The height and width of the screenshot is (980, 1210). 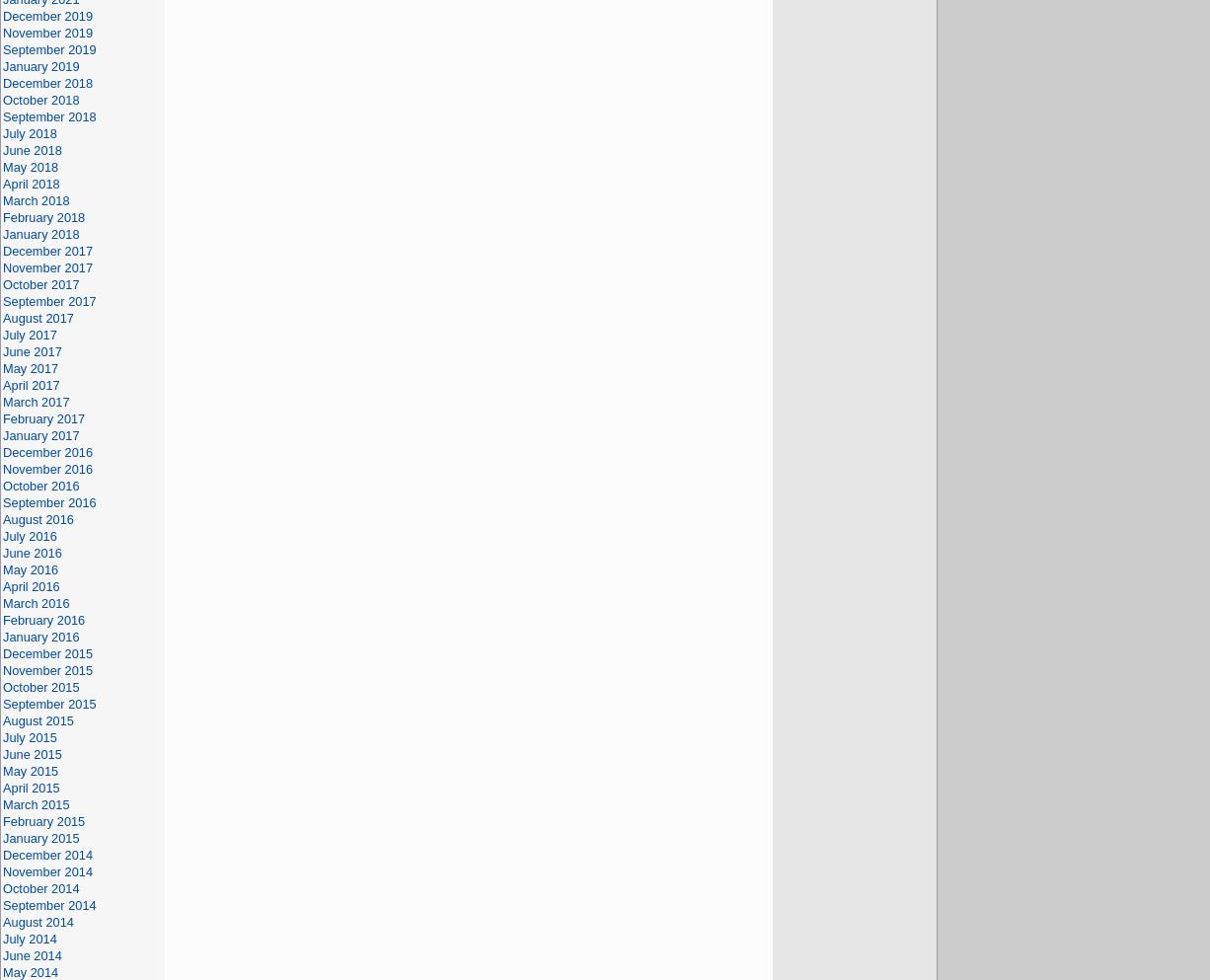 I want to click on 'June 2015', so click(x=32, y=753).